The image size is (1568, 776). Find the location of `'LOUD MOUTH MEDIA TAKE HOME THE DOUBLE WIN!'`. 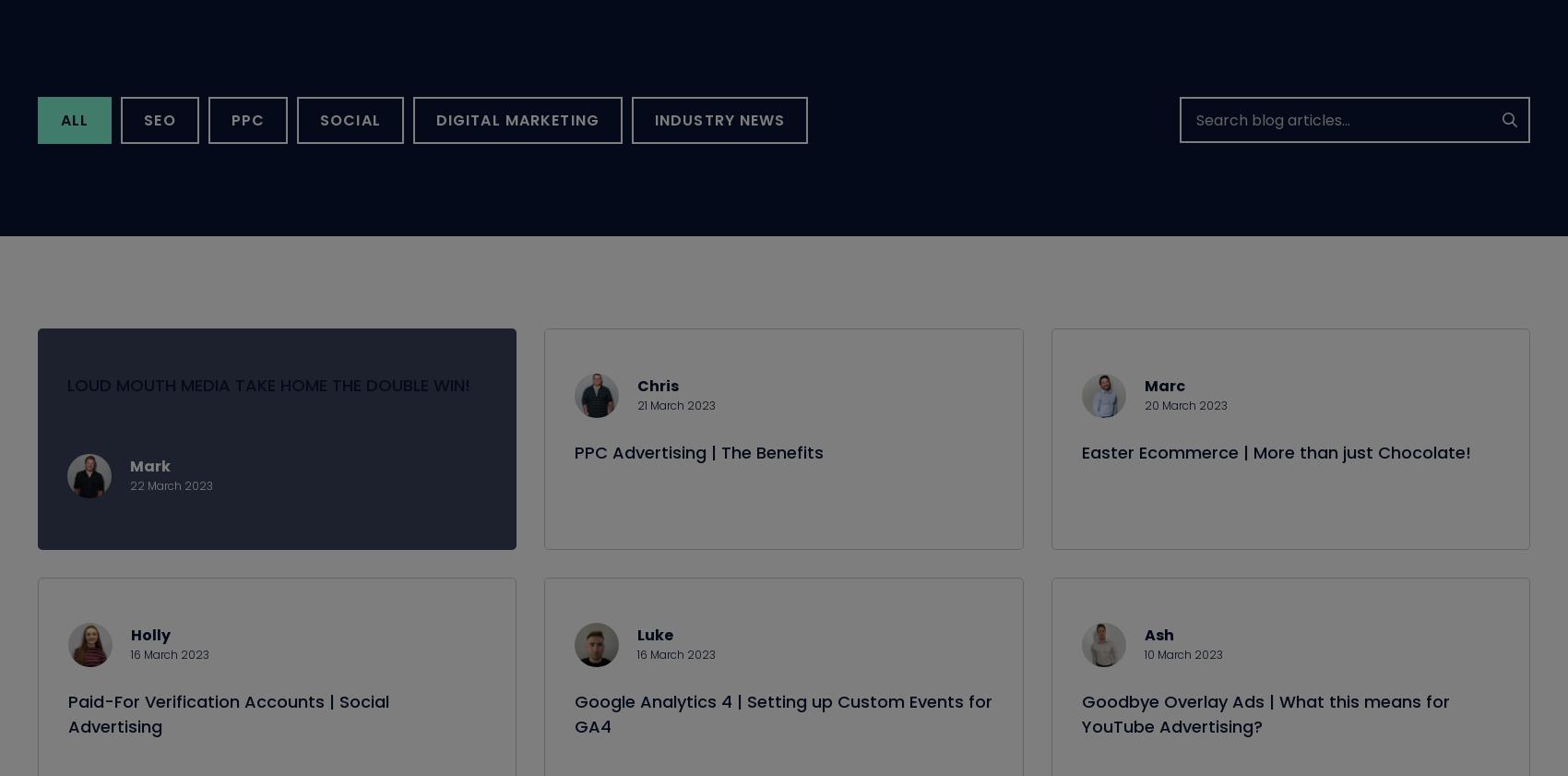

'LOUD MOUTH MEDIA TAKE HOME THE DOUBLE WIN!' is located at coordinates (268, 406).